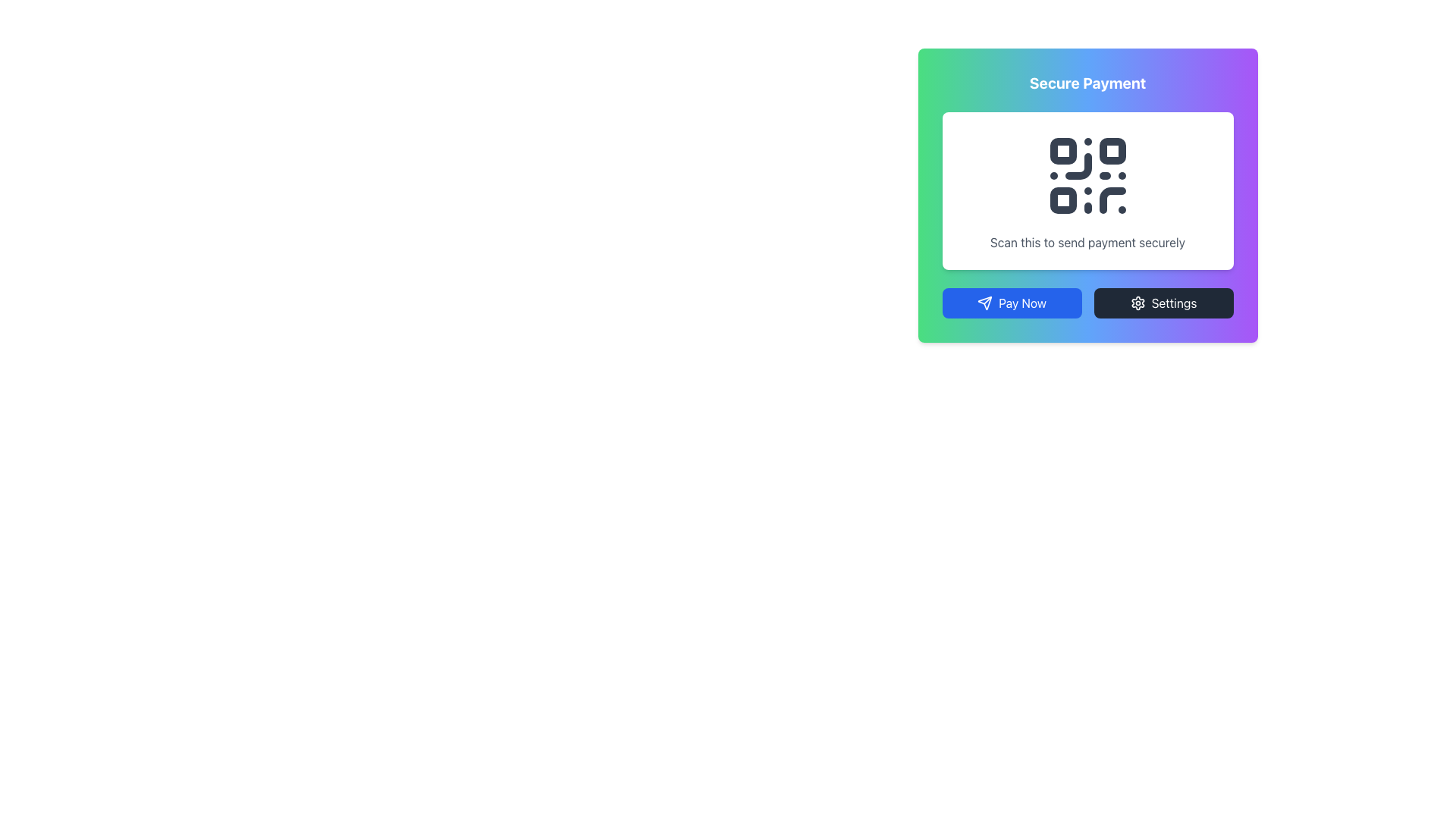 This screenshot has height=819, width=1456. Describe the element at coordinates (1087, 242) in the screenshot. I see `the text label that provides a description for the QR code used for secure payments, located directly below the QR code graphic` at that location.